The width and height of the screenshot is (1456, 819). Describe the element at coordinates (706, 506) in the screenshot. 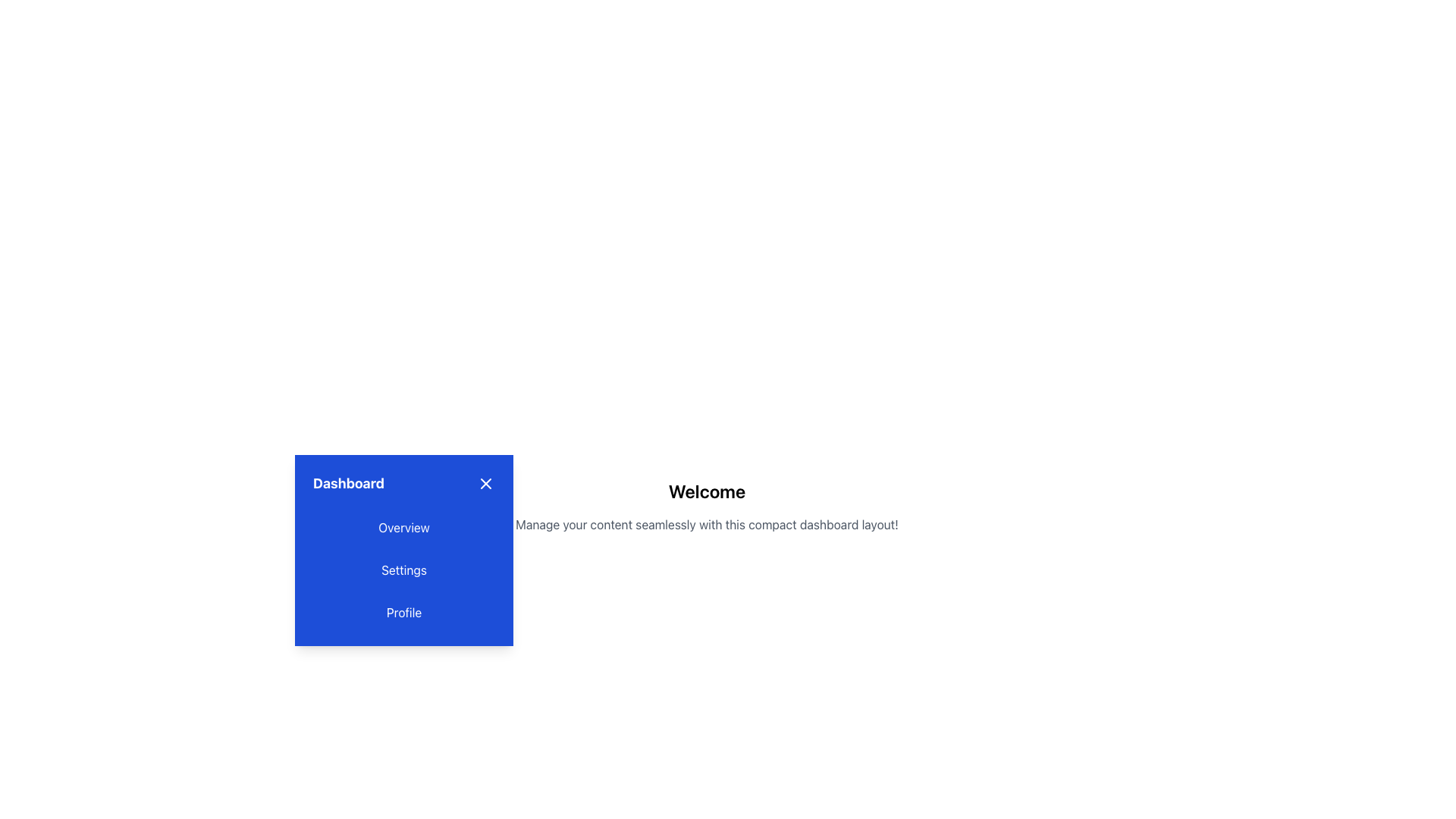

I see `the text element that contains the bold heading 'Welcome' and the description 'Manage your content seamlessly with this compact dashboard layout!'` at that location.